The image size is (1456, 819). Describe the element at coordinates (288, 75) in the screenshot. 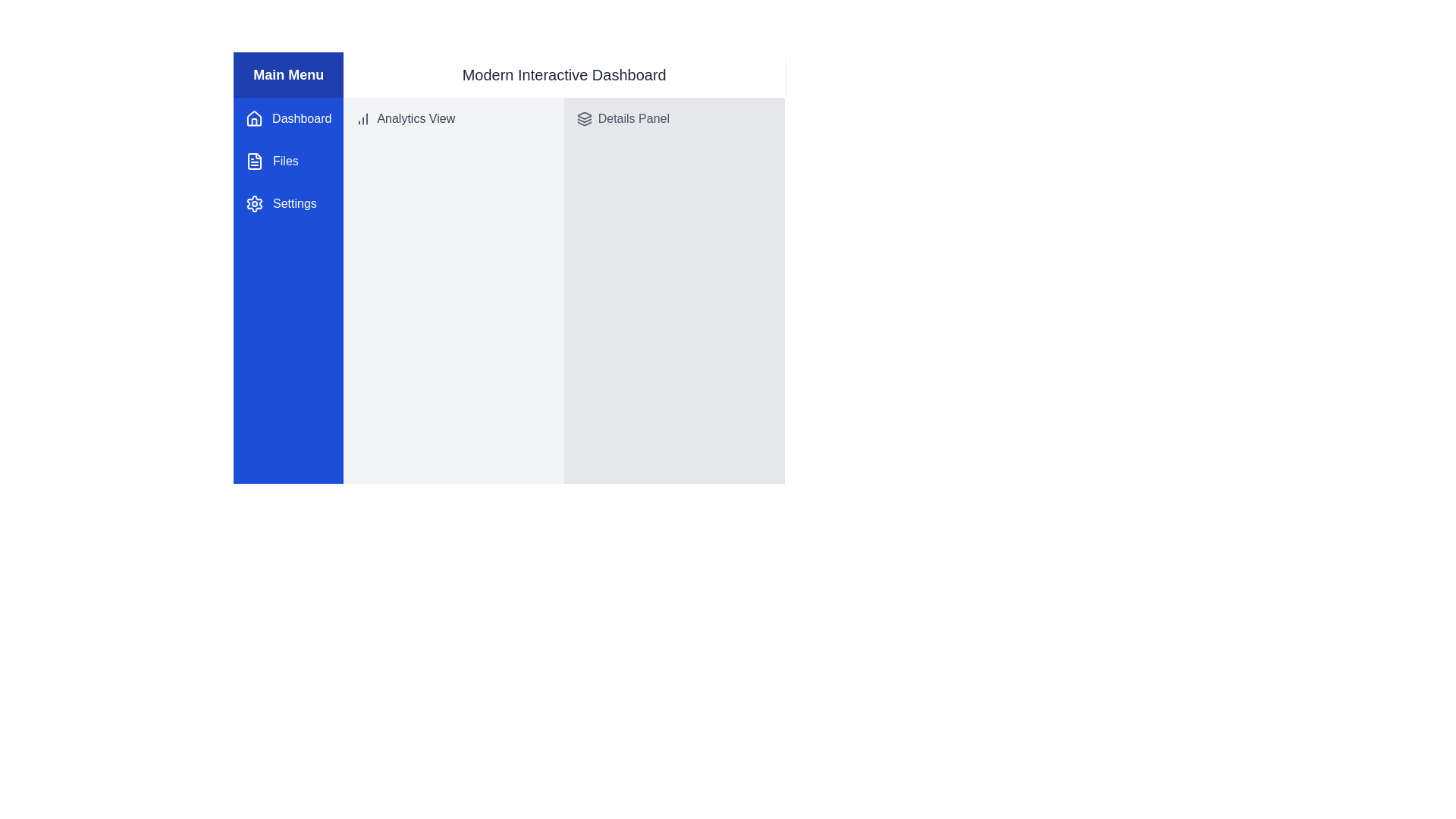

I see `the static text label or header that serves as the title for the sidebar menu, located at the top of the vertical sidebar on the left edge of the application layout` at that location.